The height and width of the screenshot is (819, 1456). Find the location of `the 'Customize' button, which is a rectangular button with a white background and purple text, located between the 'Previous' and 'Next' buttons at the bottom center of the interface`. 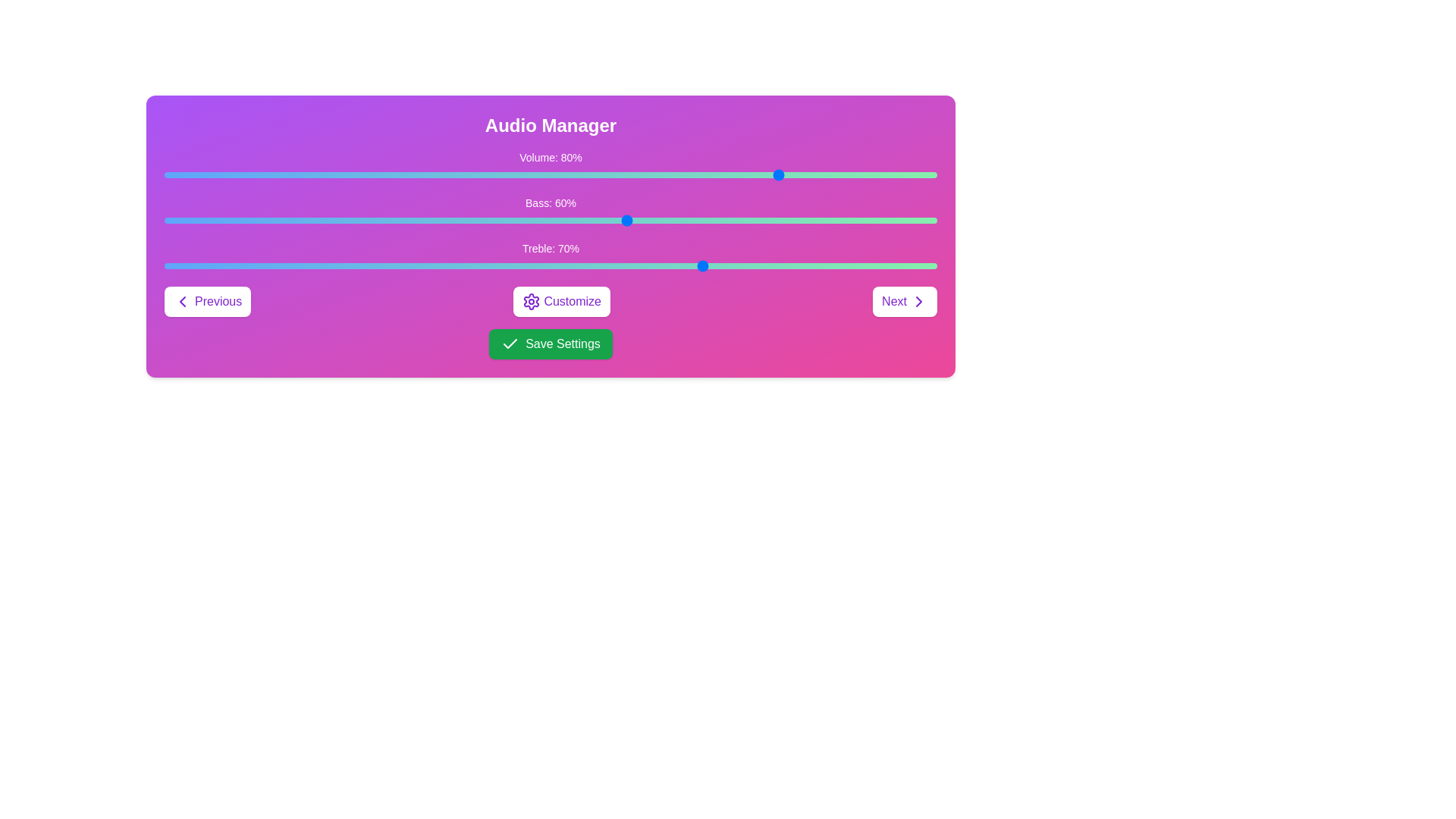

the 'Customize' button, which is a rectangular button with a white background and purple text, located between the 'Previous' and 'Next' buttons at the bottom center of the interface is located at coordinates (561, 301).